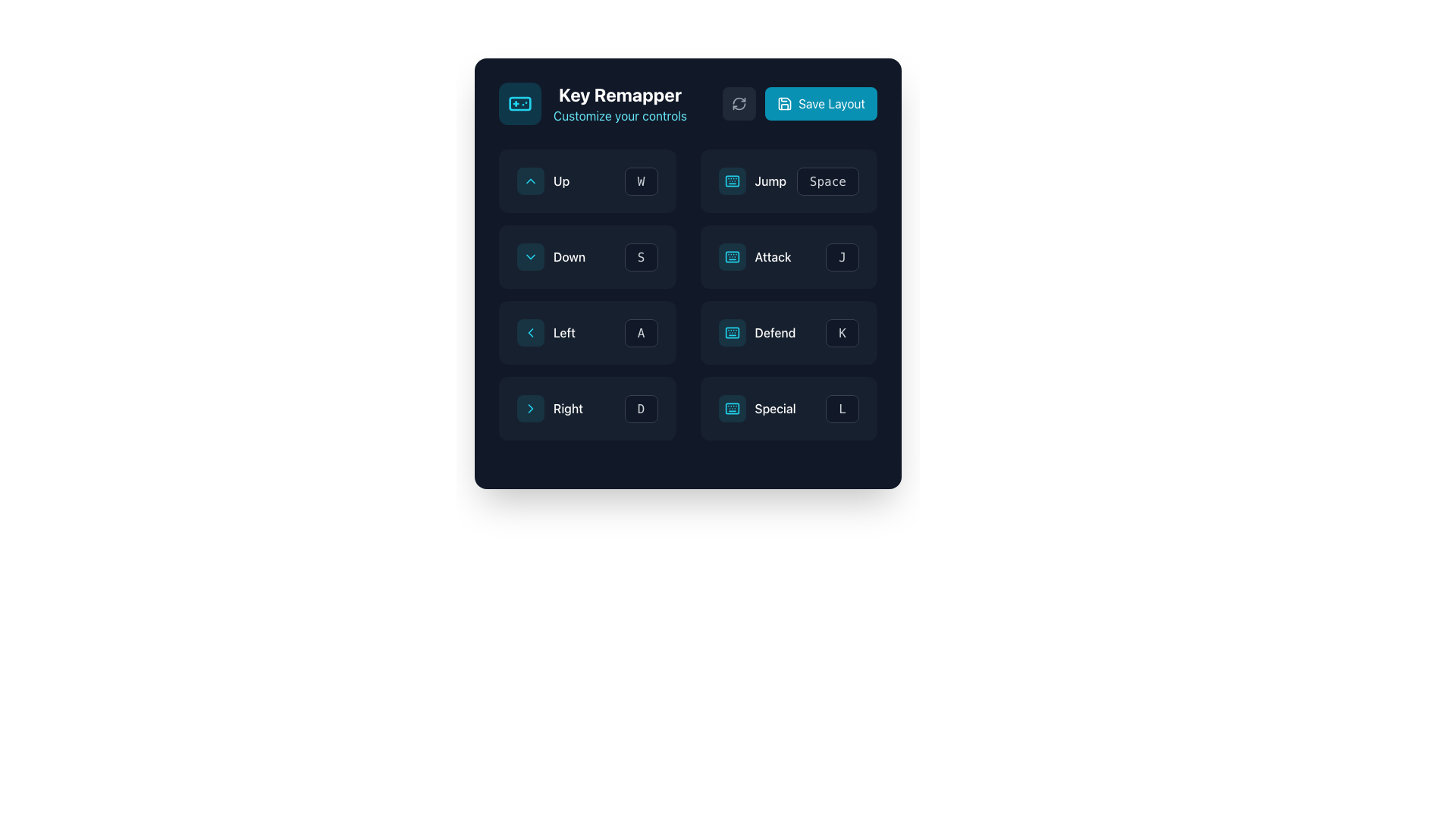 The height and width of the screenshot is (819, 1456). Describe the element at coordinates (789, 295) in the screenshot. I see `the control mappings list element in the right column that shows actions like 'Jump', 'Attack', 'Defend', and 'Special'` at that location.